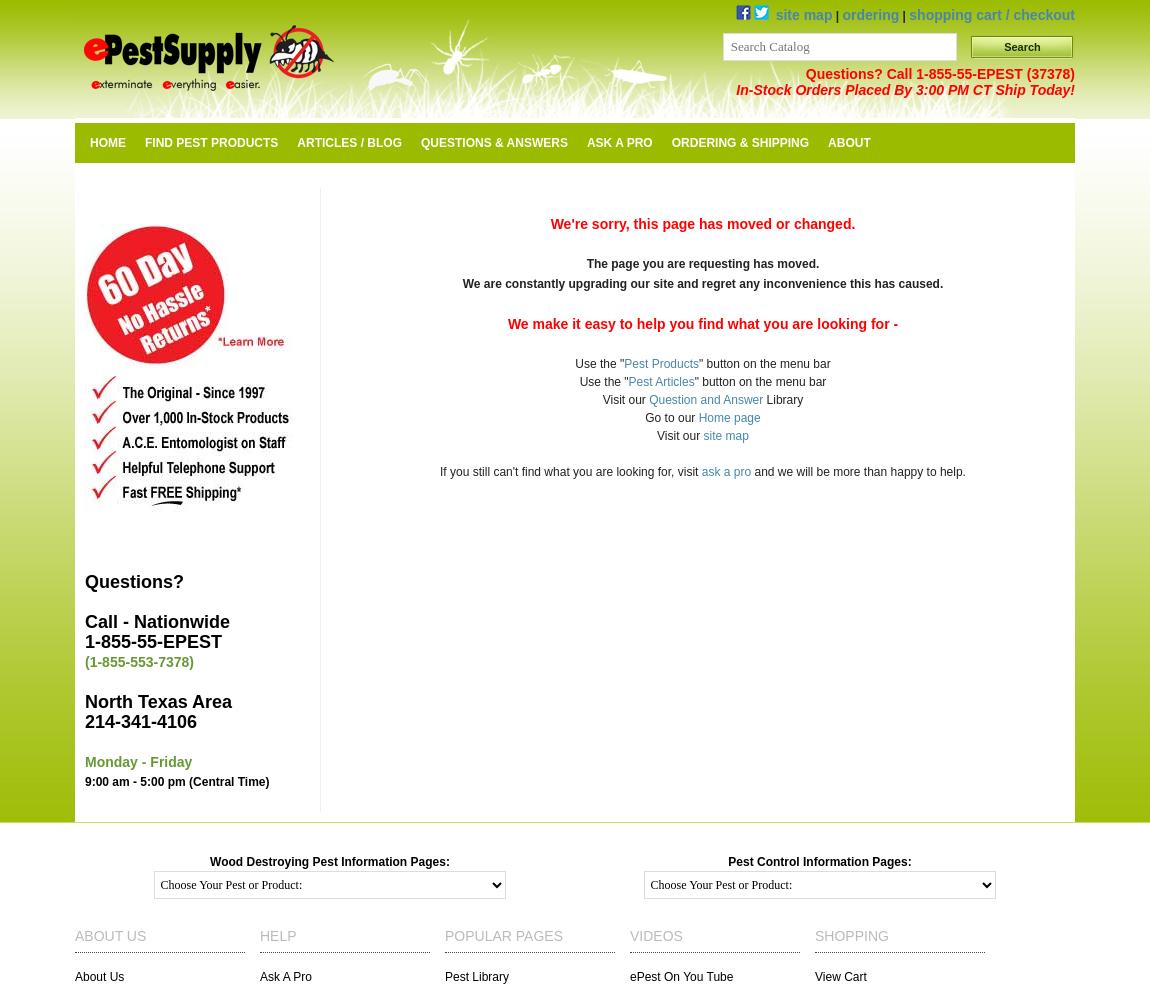  I want to click on 'View Cart', so click(839, 976).